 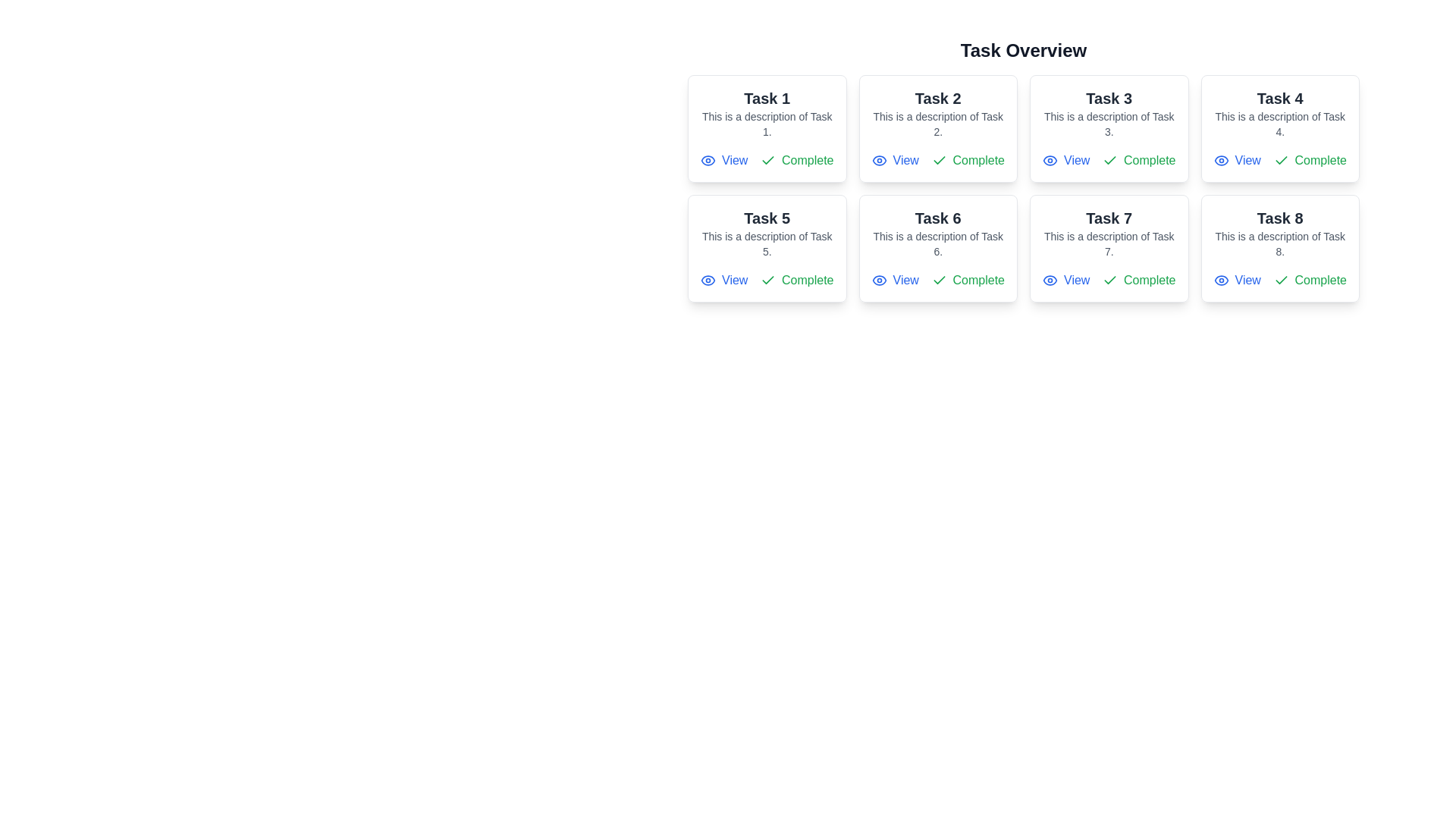 What do you see at coordinates (1221, 281) in the screenshot?
I see `the 'View' icon located in the bottom-right card of the grid layout, positioned before the 'View' text and above the 'Complete' text` at bounding box center [1221, 281].